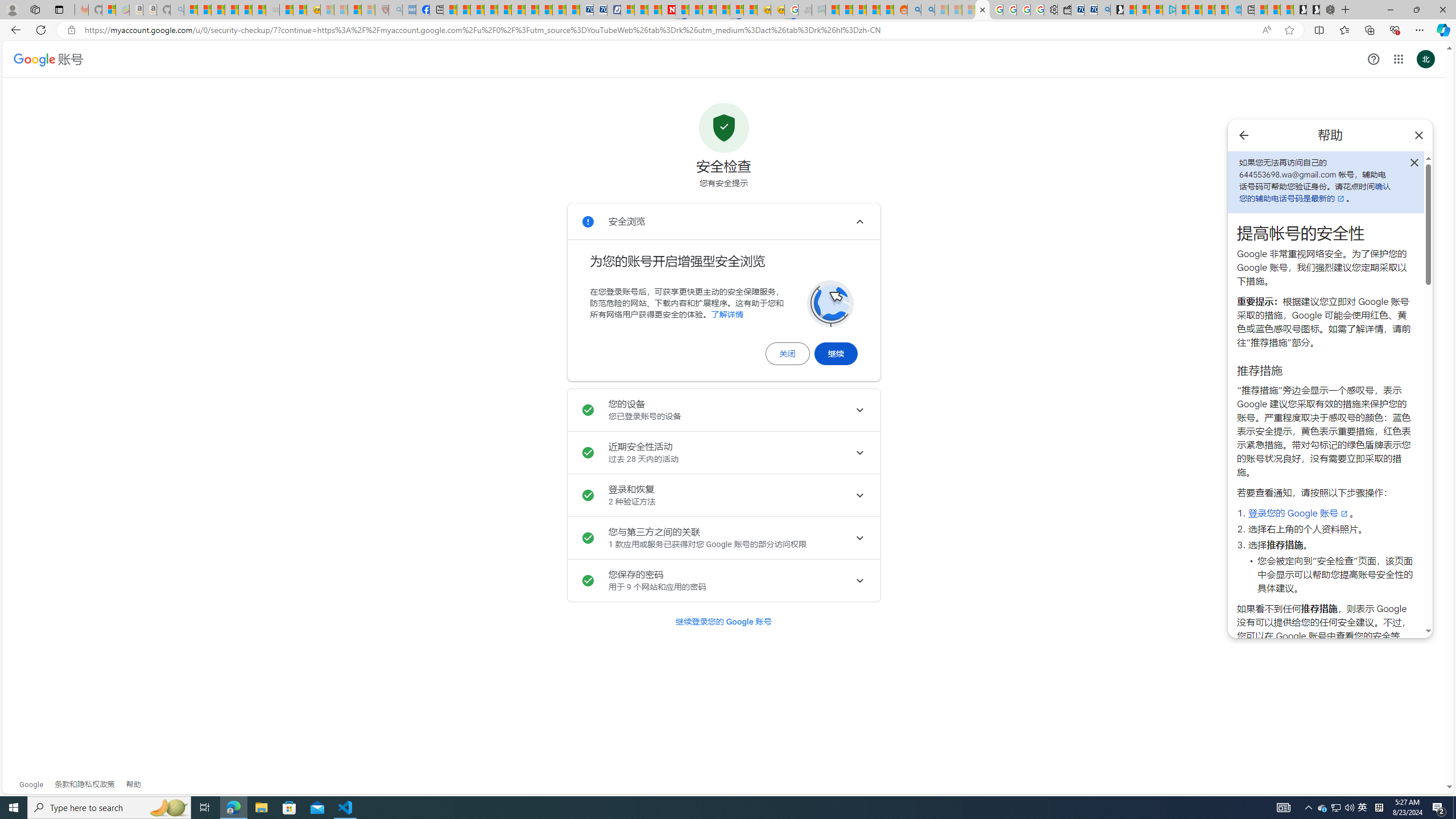  I want to click on 'Utah sues federal government - Search', so click(927, 9).